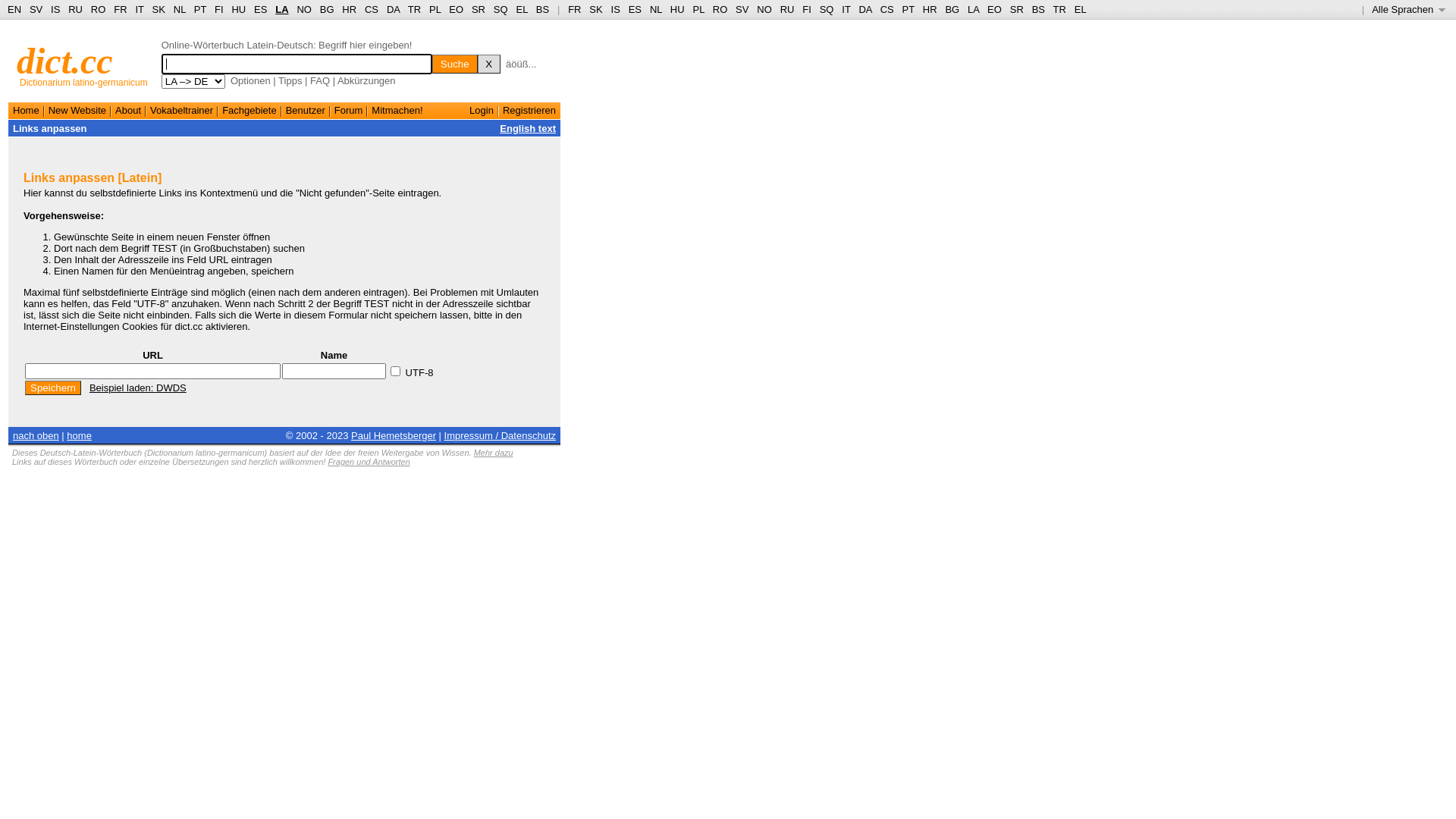 The height and width of the screenshot is (819, 1456). I want to click on 'Suche', so click(431, 63).